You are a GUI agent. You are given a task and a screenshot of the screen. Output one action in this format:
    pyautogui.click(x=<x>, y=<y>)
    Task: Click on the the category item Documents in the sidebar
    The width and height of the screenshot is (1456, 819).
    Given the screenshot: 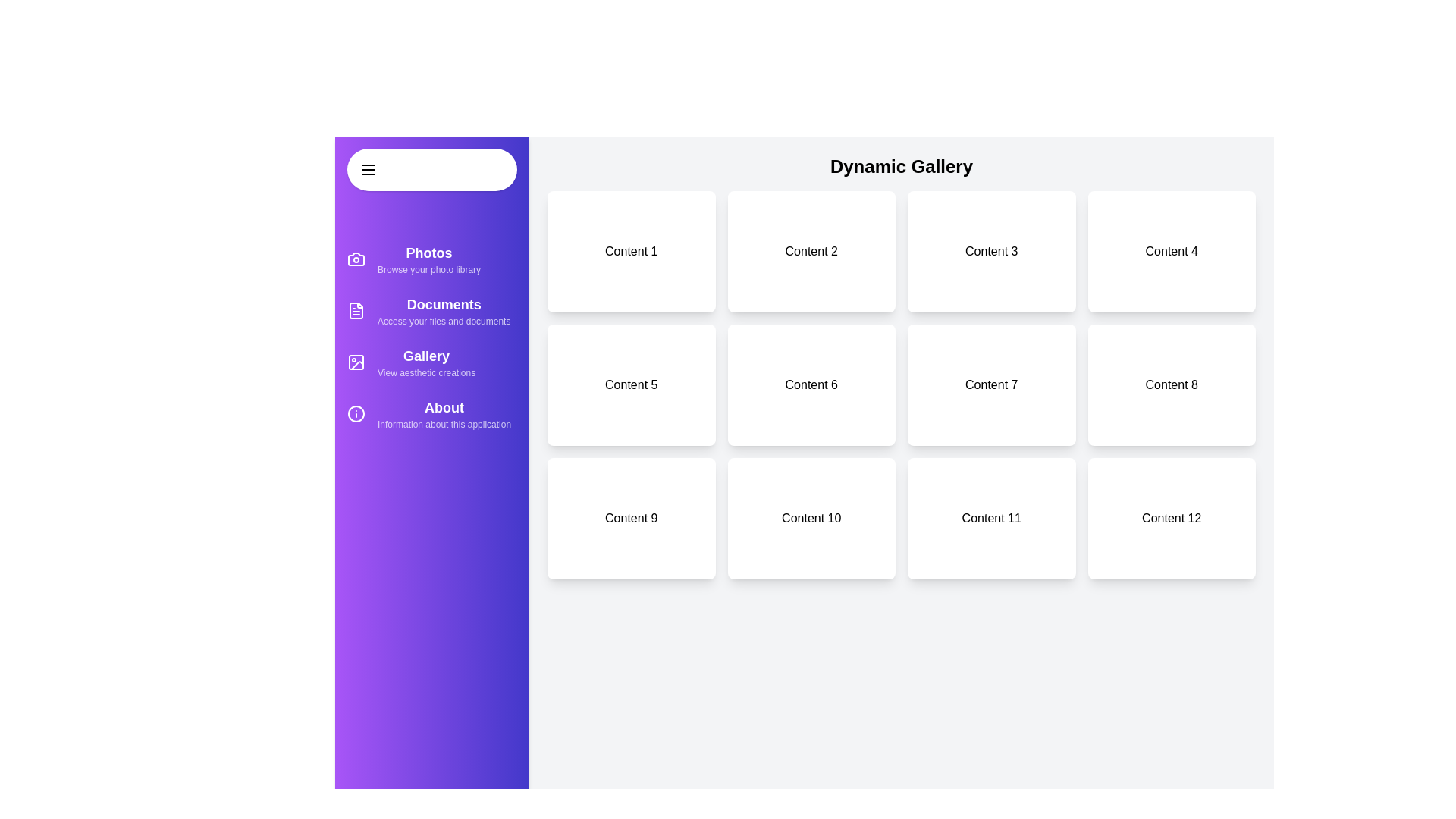 What is the action you would take?
    pyautogui.click(x=431, y=309)
    